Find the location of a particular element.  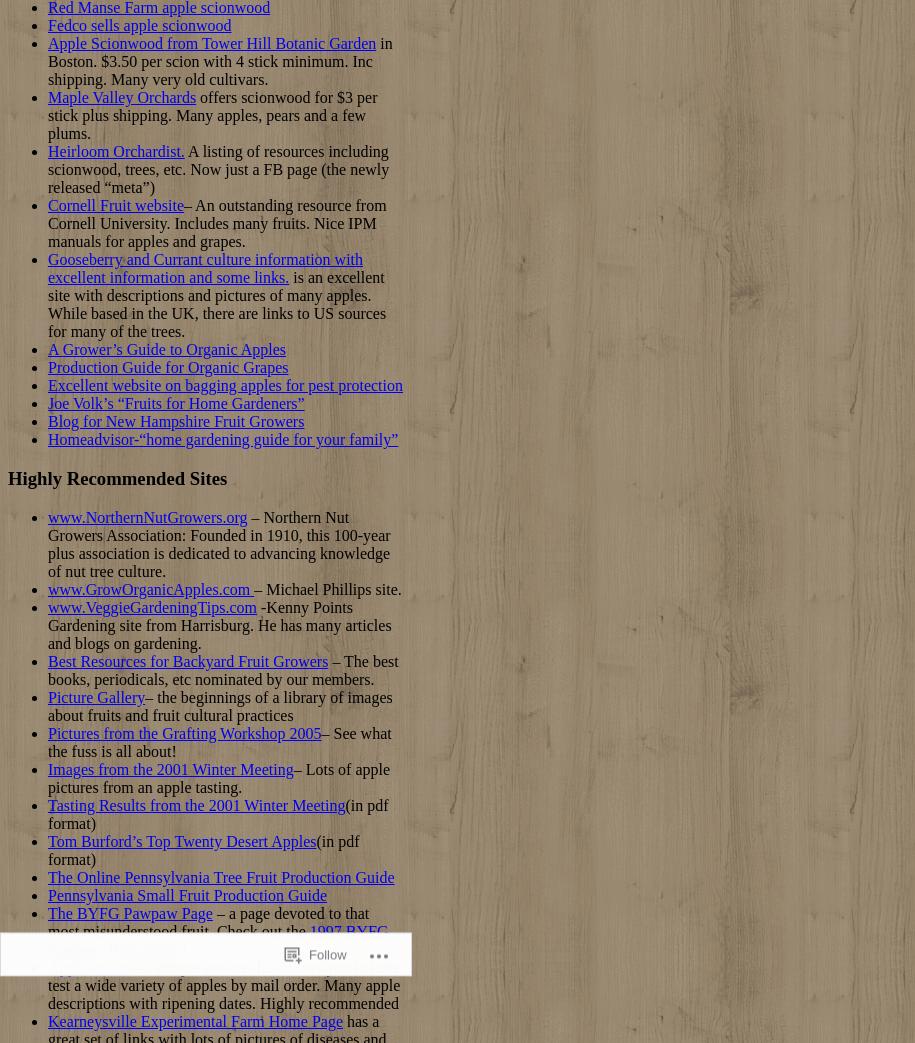

'-Kenny Points Gardening site from Harrisburg. He has many articles and blogs on gardening.' is located at coordinates (219, 623).